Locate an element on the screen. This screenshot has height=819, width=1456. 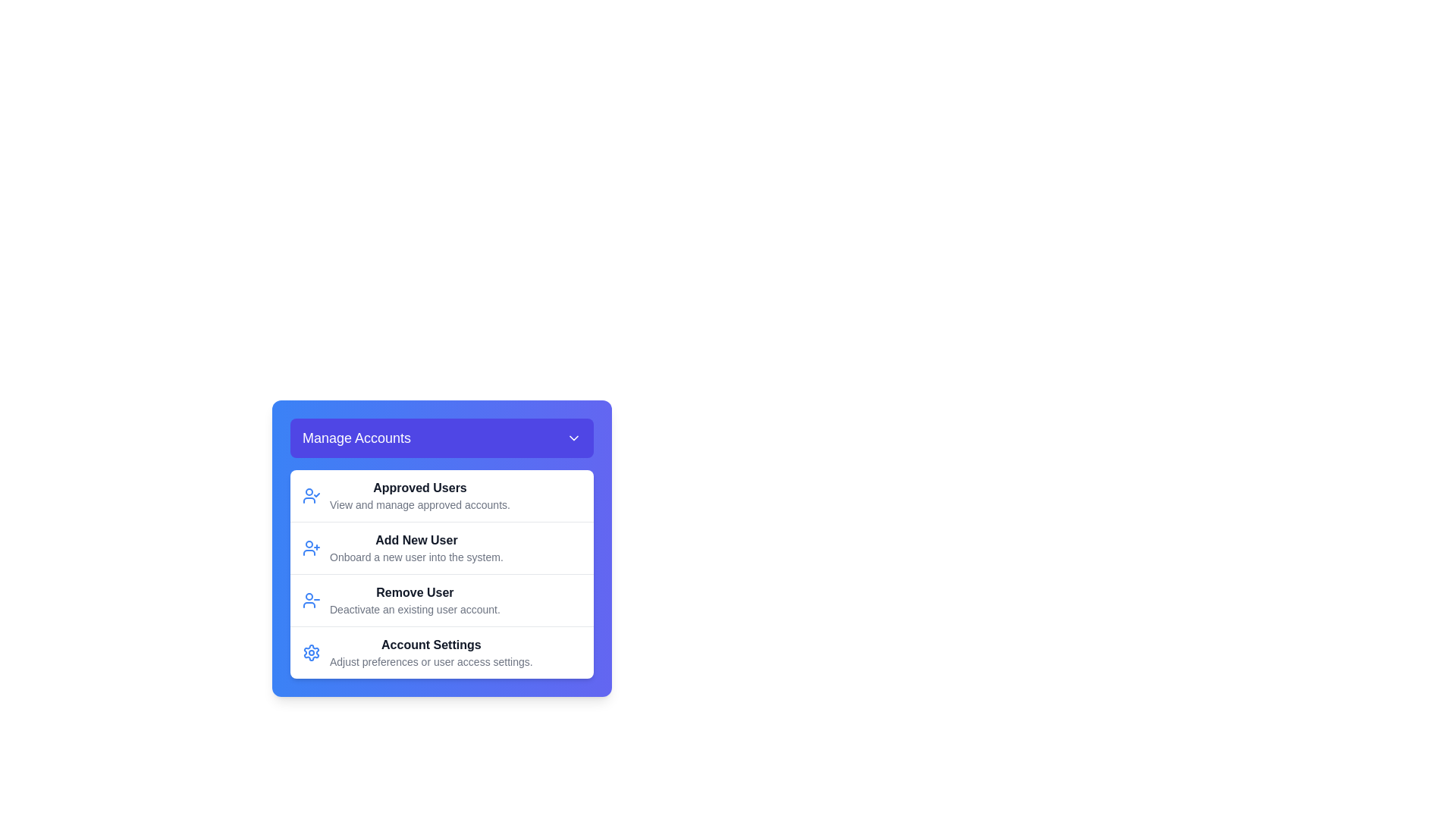
text of the 'Remove User' label, which includes the title 'Remove User' and the subtitle 'Deactivate an existing user account.' This label is located in the third row of the 'Manage Accounts' card is located at coordinates (415, 599).